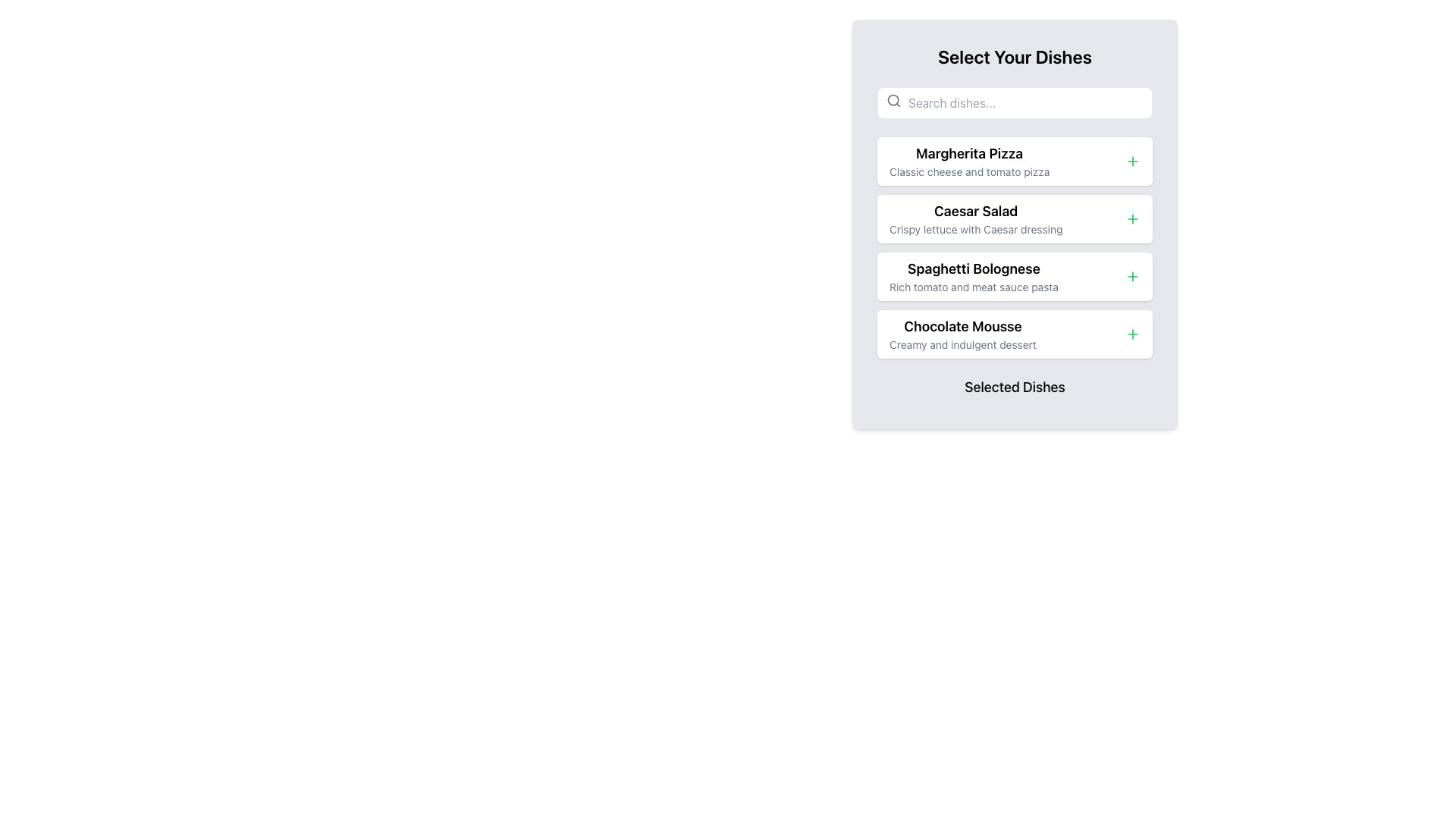 The width and height of the screenshot is (1456, 819). I want to click on the '+' icon next to the List Item for 'Spaghetti Bolognese', so click(1015, 277).